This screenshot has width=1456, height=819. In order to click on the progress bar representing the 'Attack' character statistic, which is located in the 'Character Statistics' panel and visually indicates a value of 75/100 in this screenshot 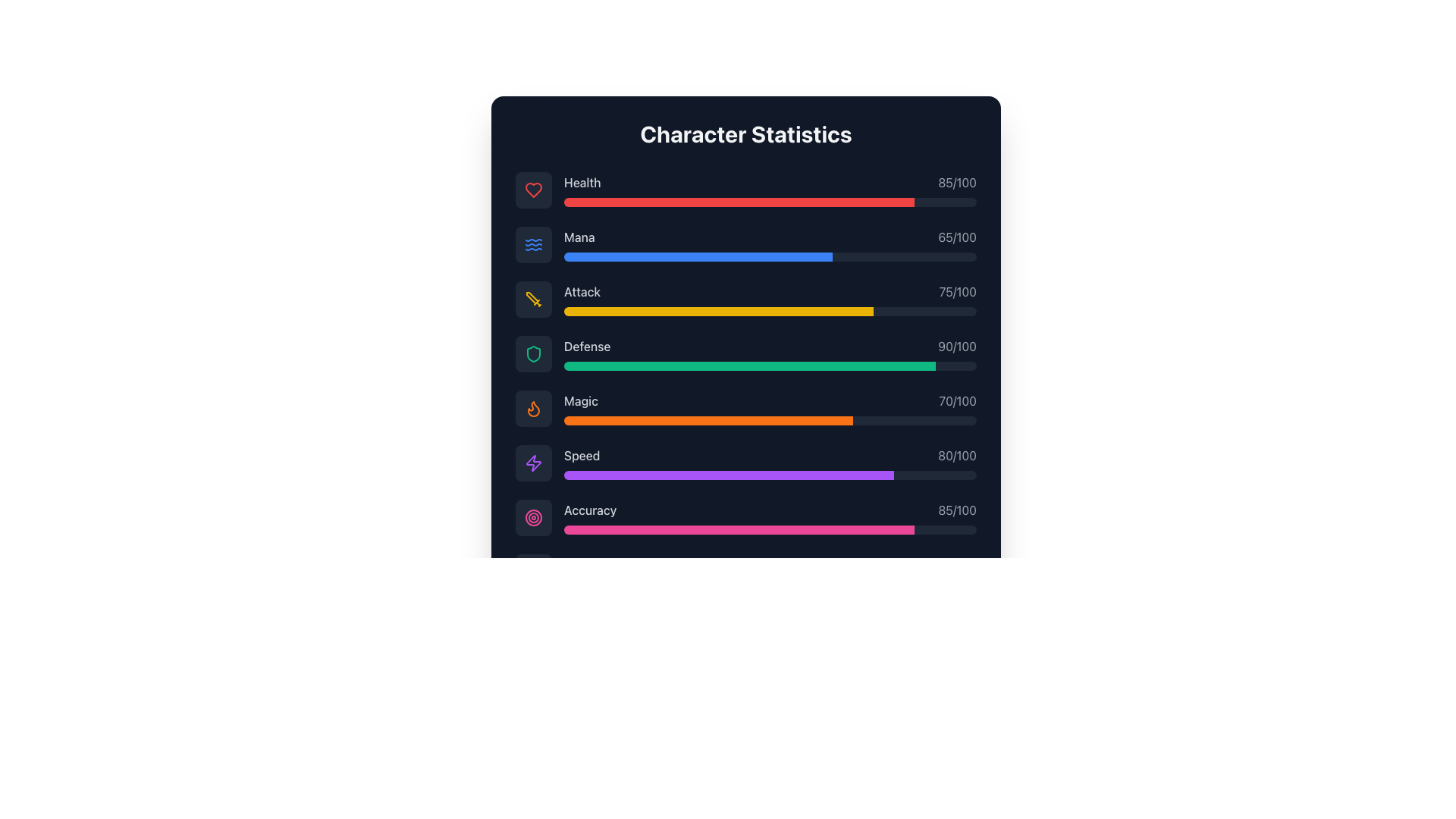, I will do `click(718, 311)`.